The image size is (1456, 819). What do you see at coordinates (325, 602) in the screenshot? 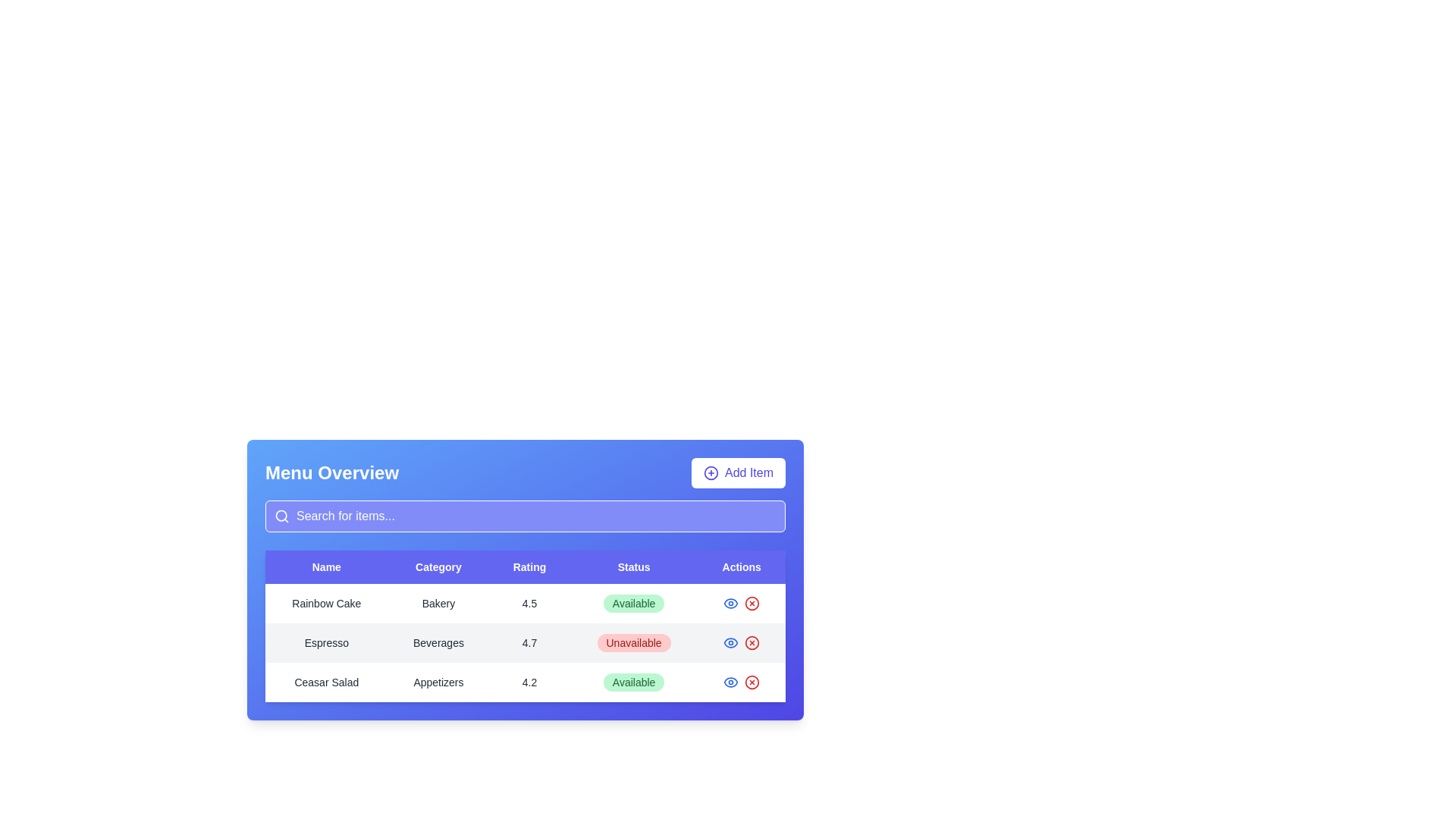
I see `the non-interactive text label in the 'Name' column of the table, located in the first row, which indicates the name of the item` at bounding box center [325, 602].